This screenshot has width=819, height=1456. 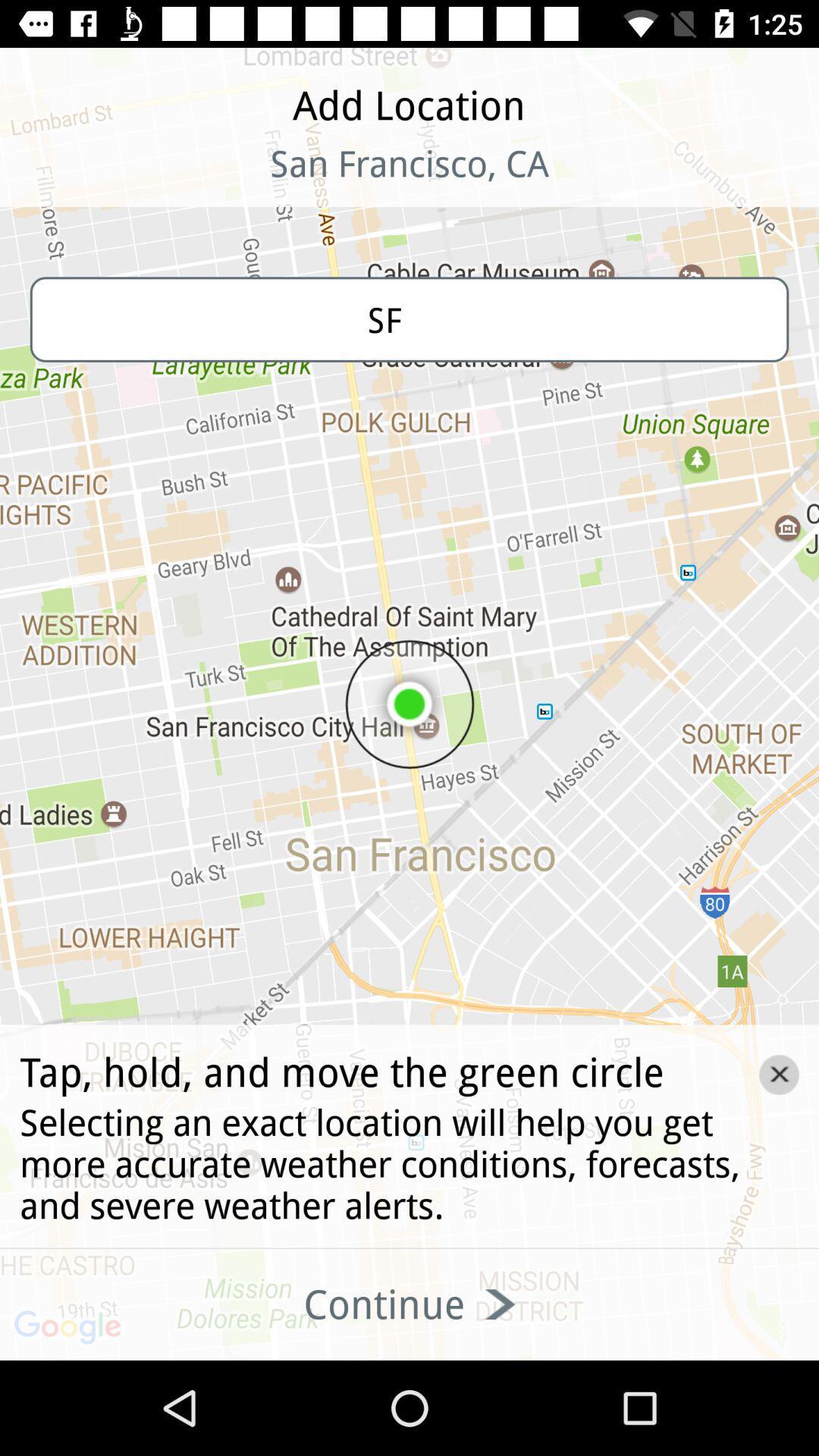 I want to click on the sf item, so click(x=409, y=318).